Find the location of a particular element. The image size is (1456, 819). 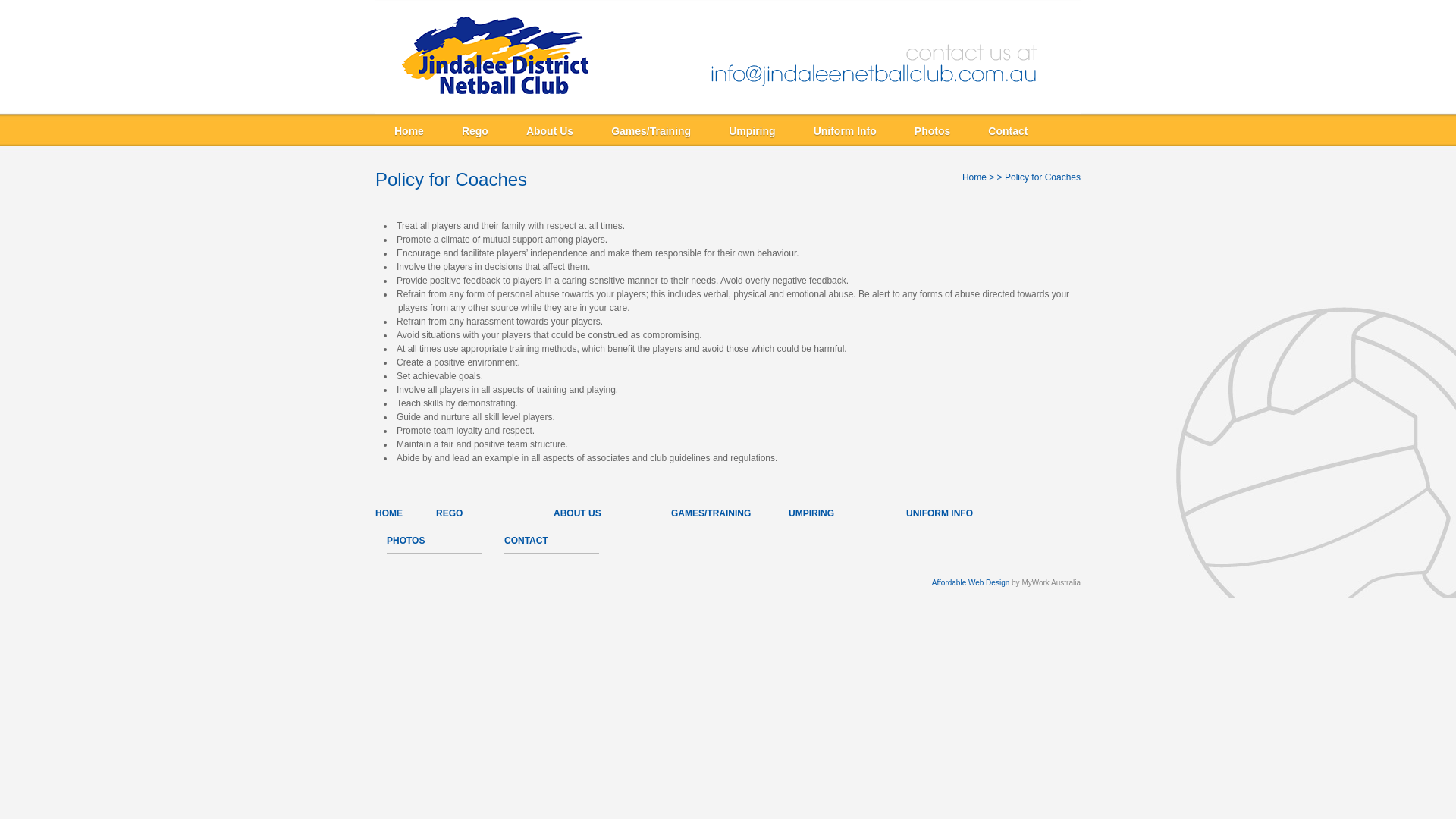

'Home' is located at coordinates (974, 177).